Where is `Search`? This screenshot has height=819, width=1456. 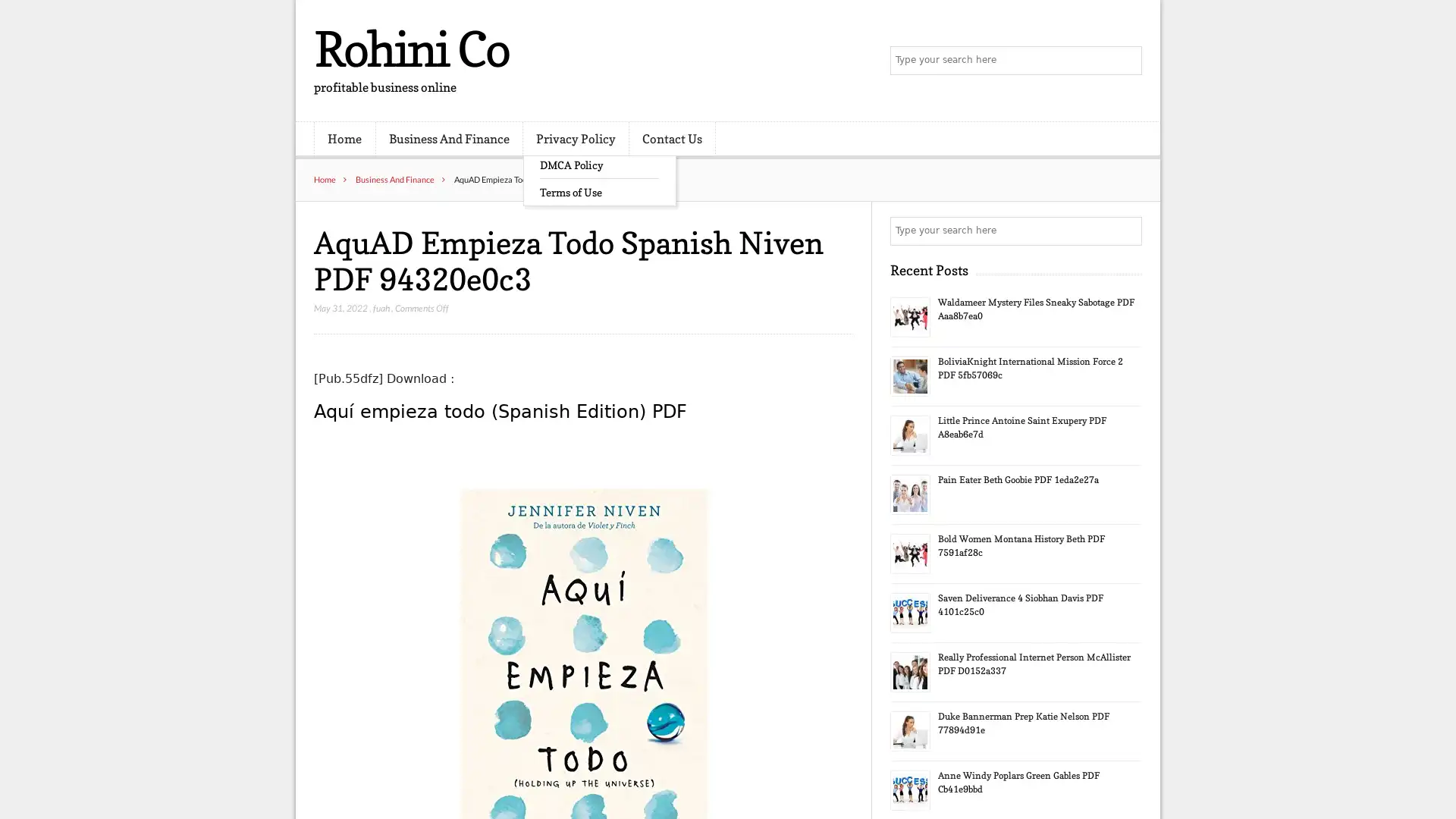 Search is located at coordinates (1126, 231).